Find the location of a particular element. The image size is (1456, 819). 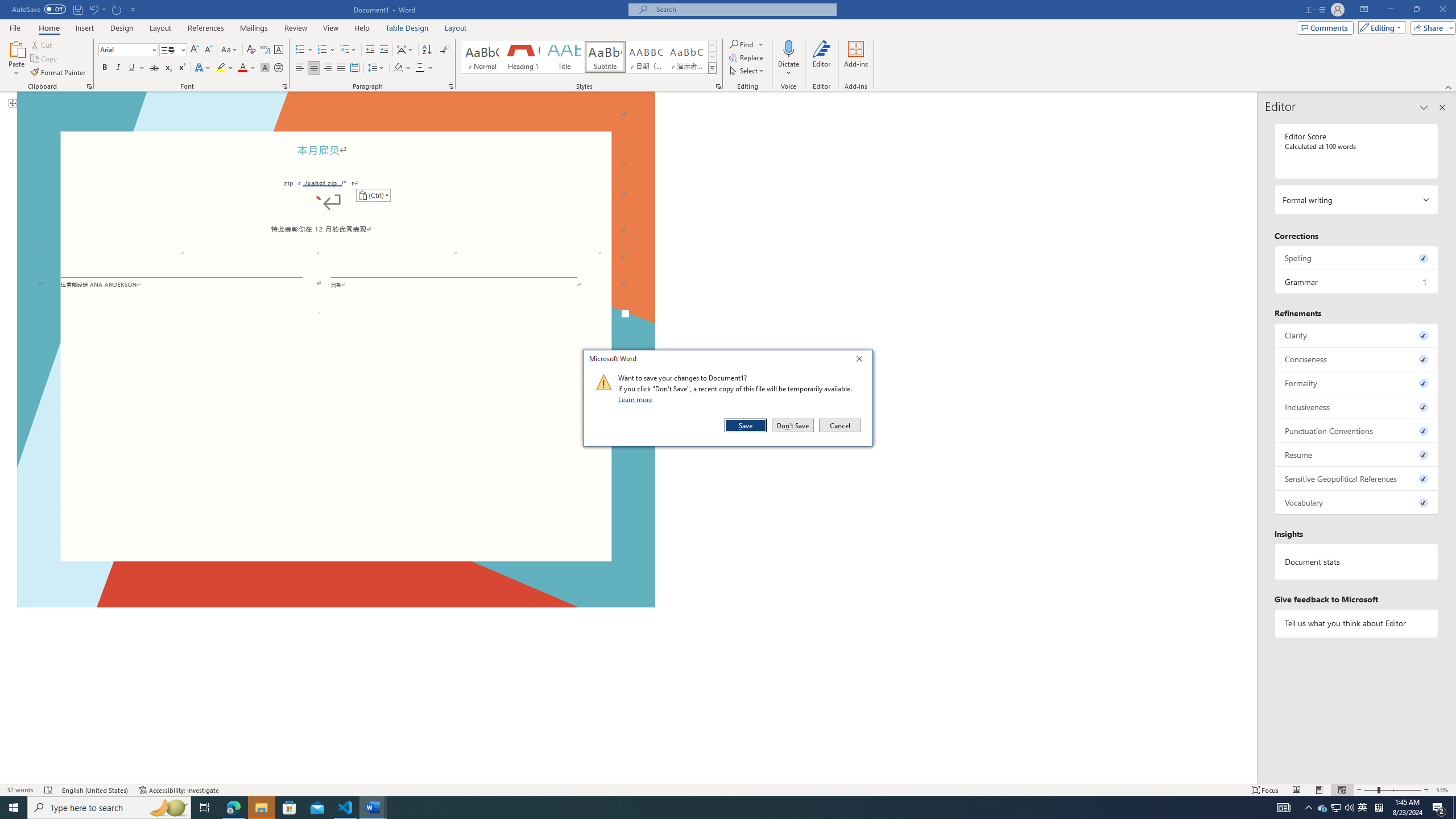

'Superscript' is located at coordinates (180, 67).